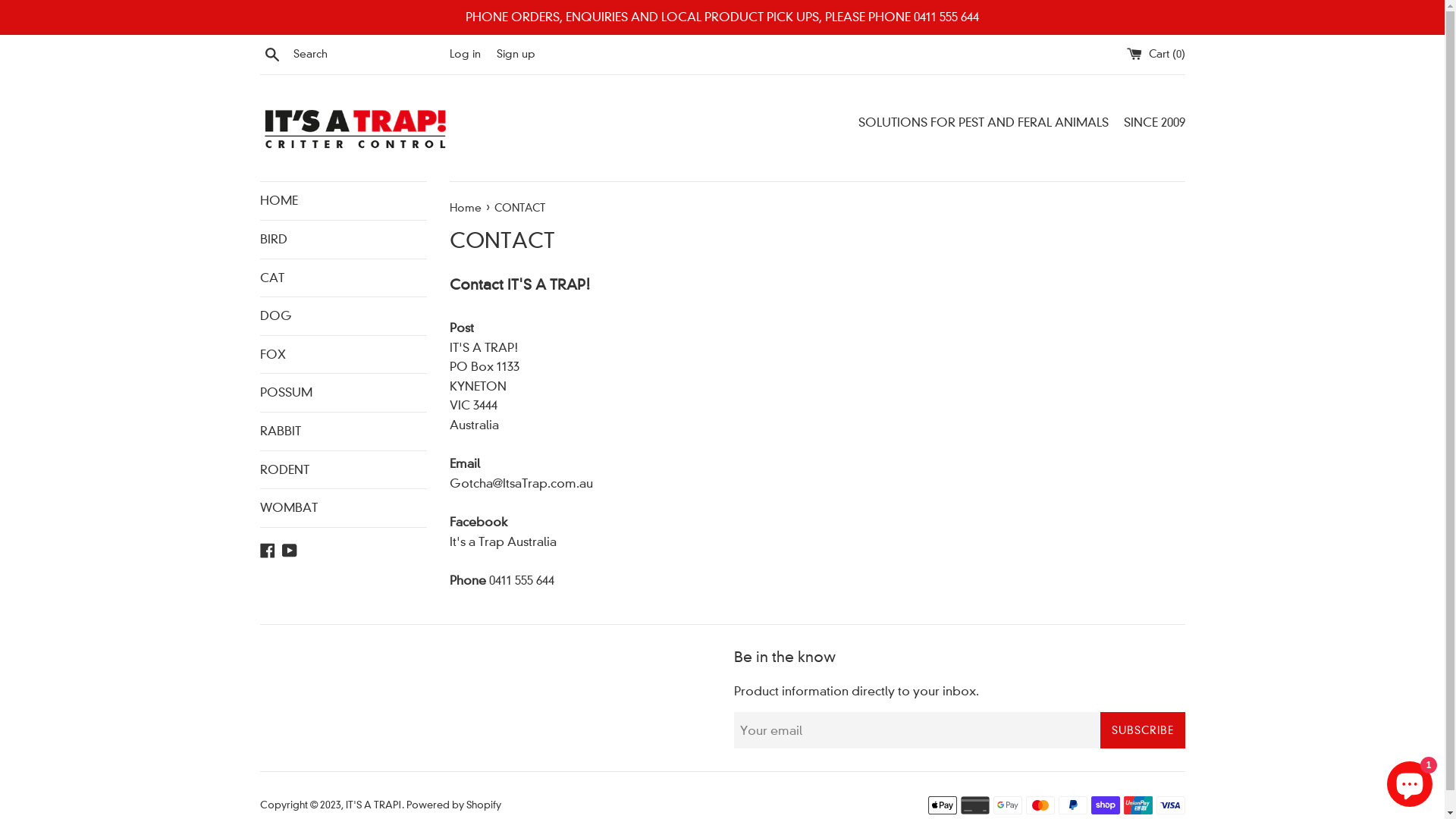  Describe the element at coordinates (341, 315) in the screenshot. I see `'DOG'` at that location.